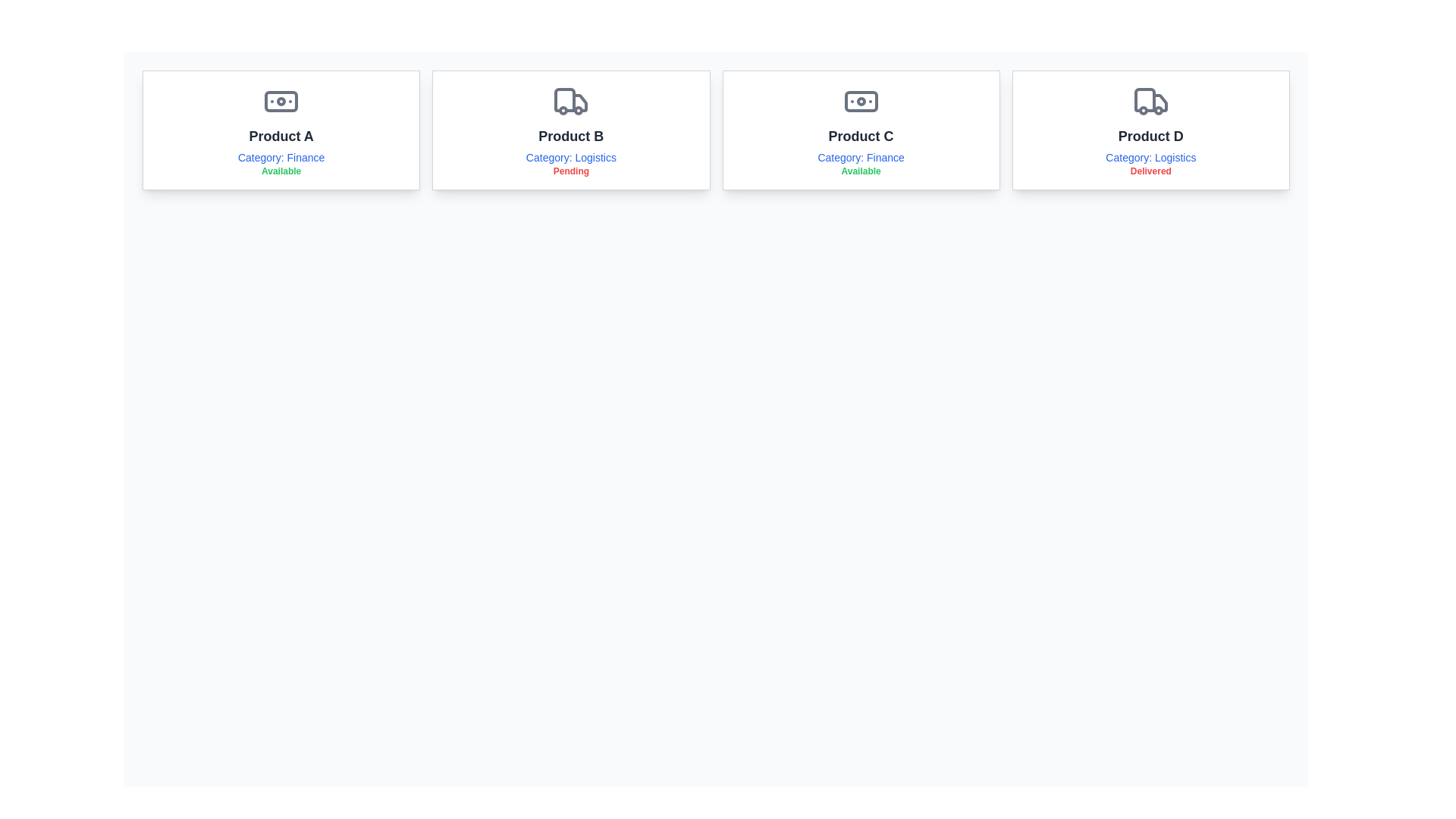 The height and width of the screenshot is (819, 1456). What do you see at coordinates (570, 136) in the screenshot?
I see `the text label that identifies 'Product B', which is centrally located below the truck icon and above smaller category and status text elements` at bounding box center [570, 136].